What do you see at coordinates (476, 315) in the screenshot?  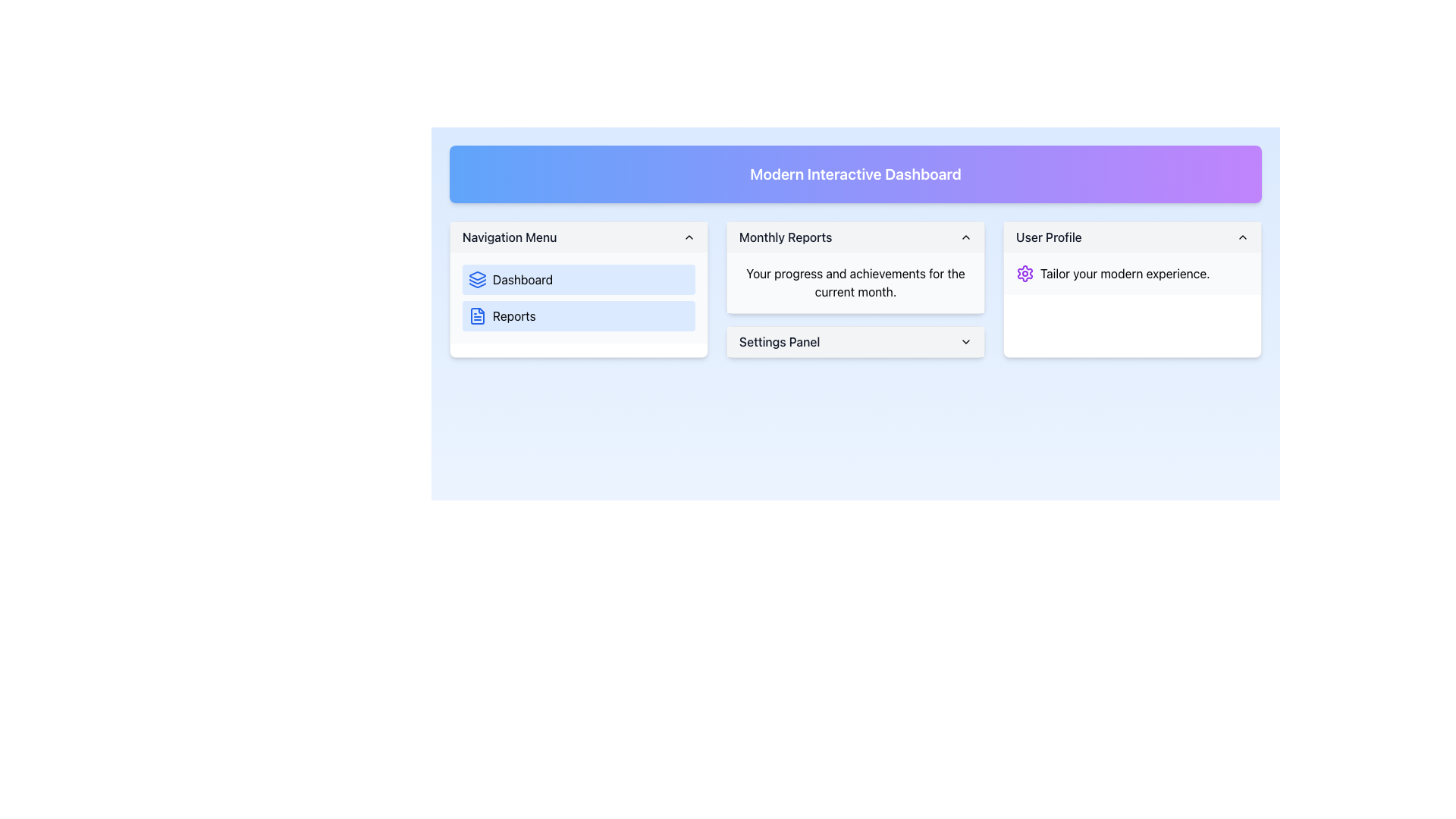 I see `the document icon with a blue outline located next to the text 'Reports' in the Navigation Menu` at bounding box center [476, 315].